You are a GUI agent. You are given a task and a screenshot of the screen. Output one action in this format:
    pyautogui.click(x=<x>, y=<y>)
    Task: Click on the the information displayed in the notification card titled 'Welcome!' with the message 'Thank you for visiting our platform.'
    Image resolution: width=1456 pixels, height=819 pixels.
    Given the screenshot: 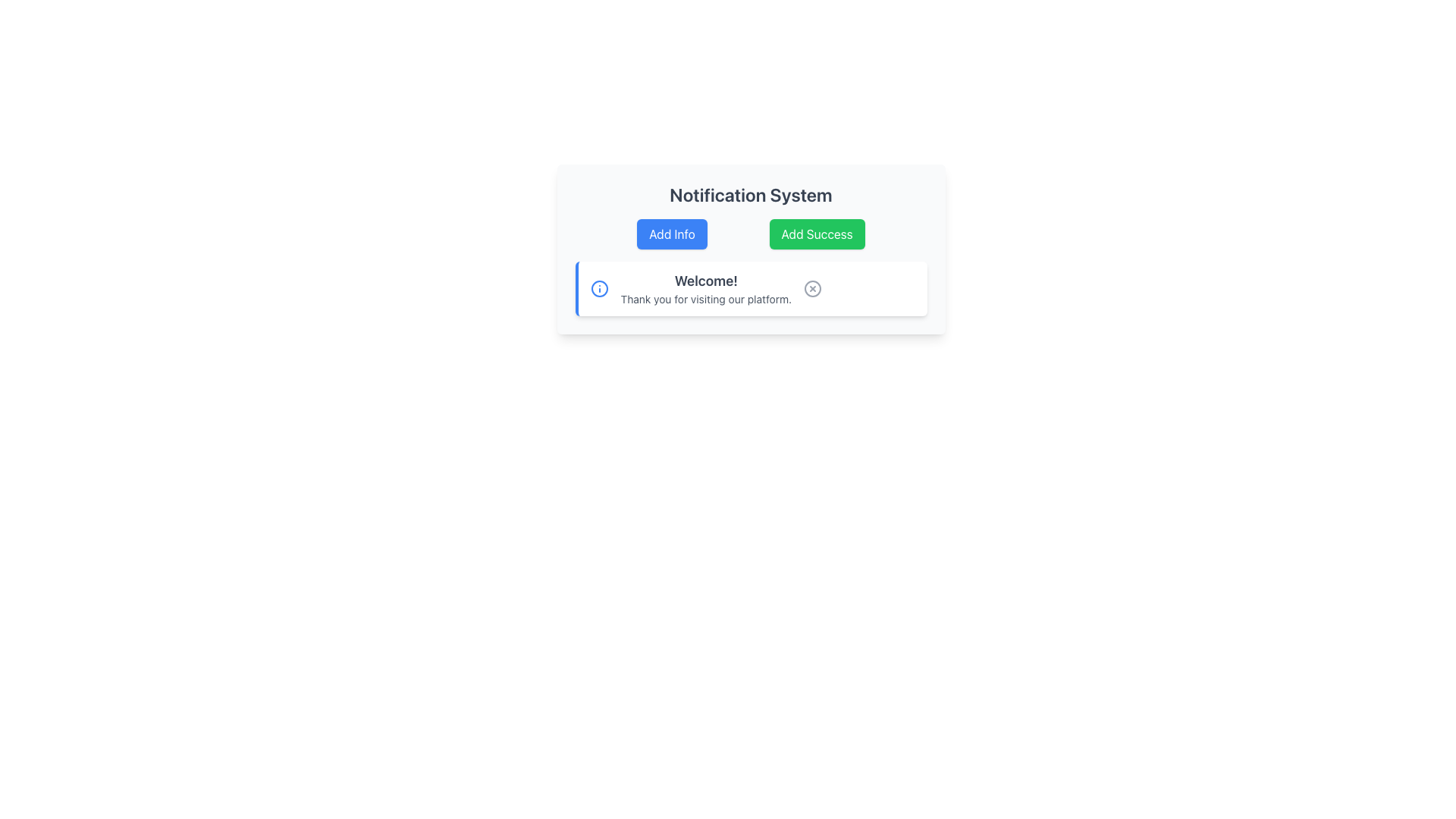 What is the action you would take?
    pyautogui.click(x=751, y=289)
    